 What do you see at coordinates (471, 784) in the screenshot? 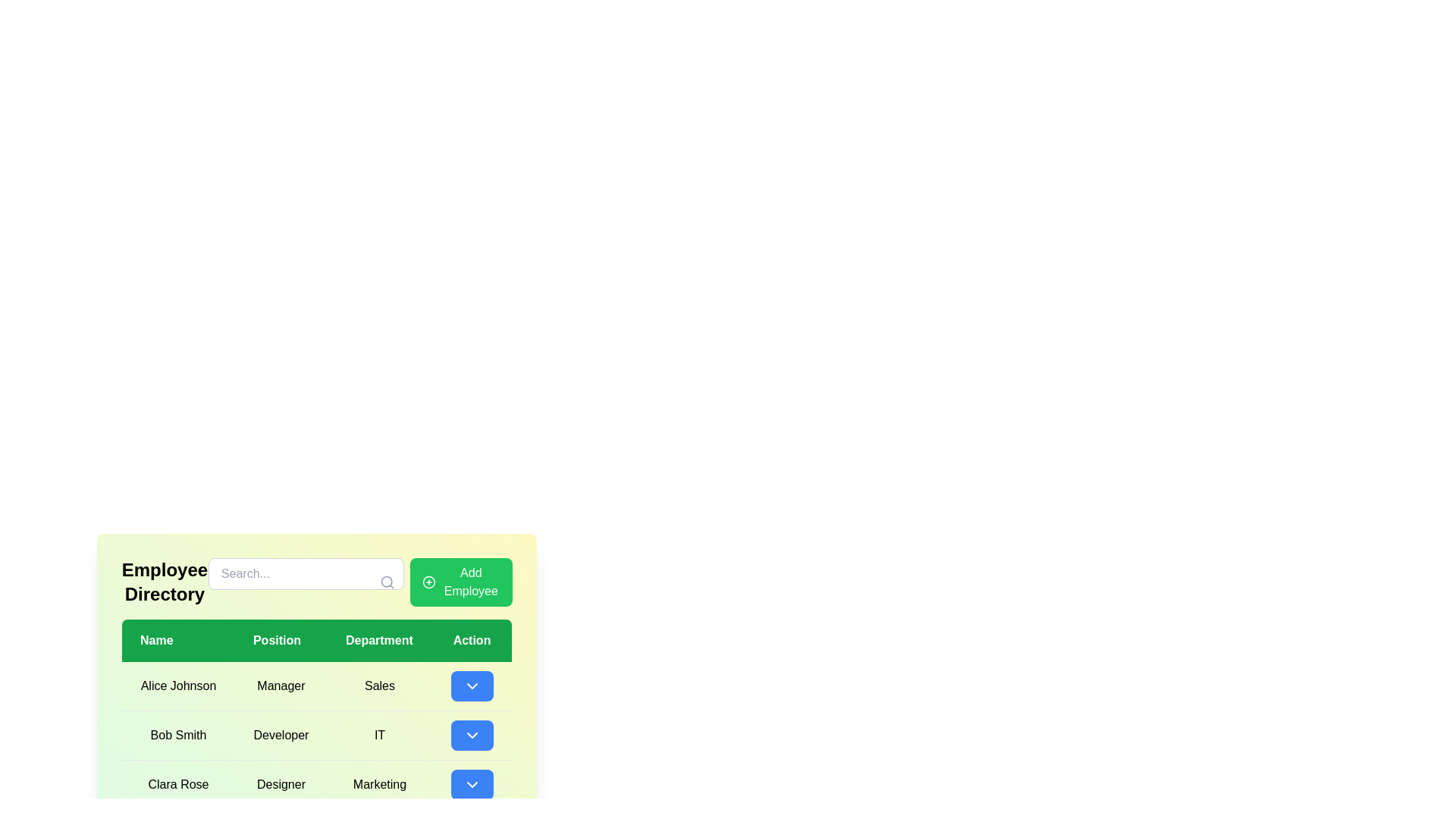
I see `the chevron icon located in the blue button in the third row of the action column` at bounding box center [471, 784].